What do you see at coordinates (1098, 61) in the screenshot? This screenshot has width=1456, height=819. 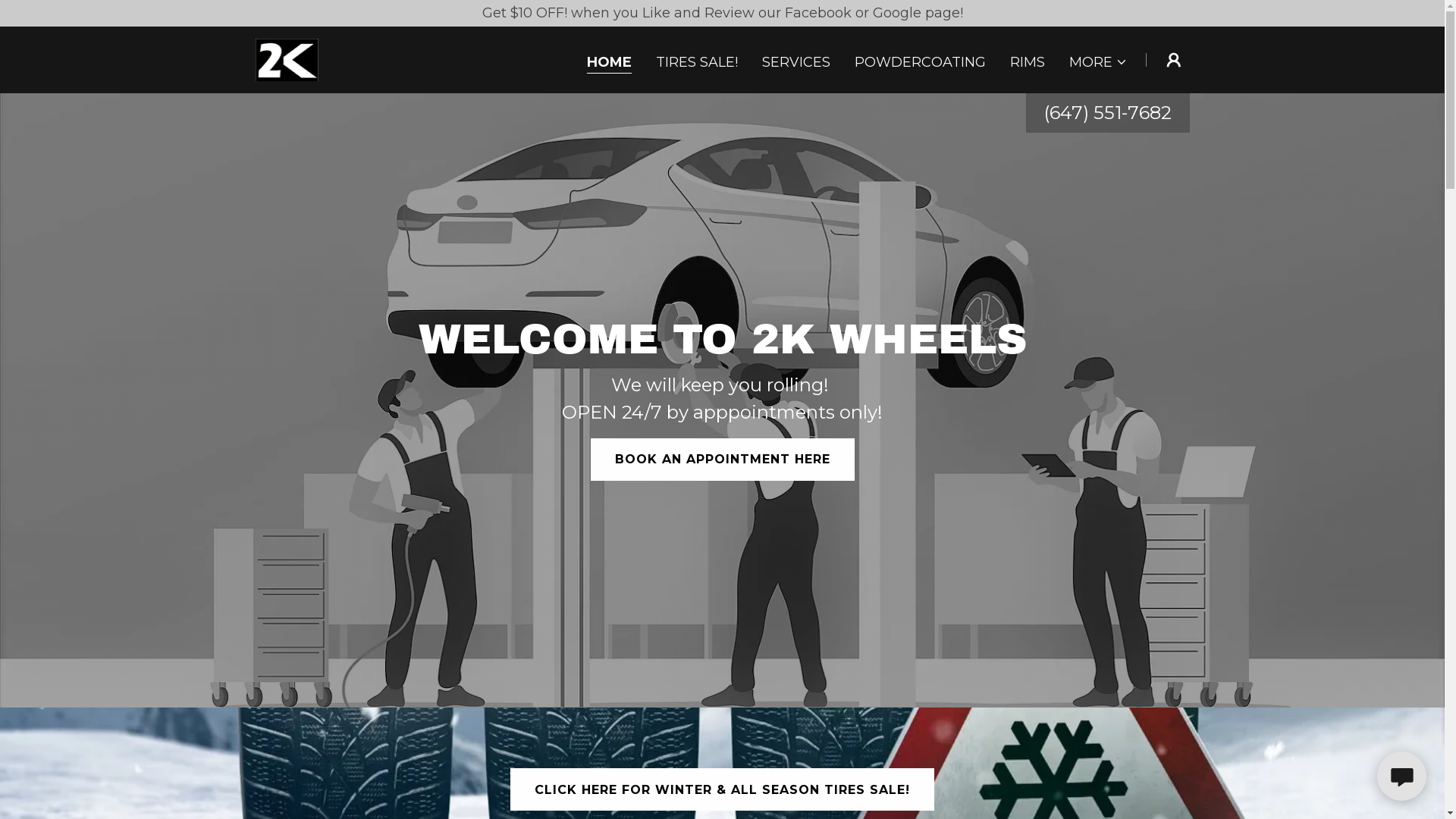 I see `'MORE'` at bounding box center [1098, 61].